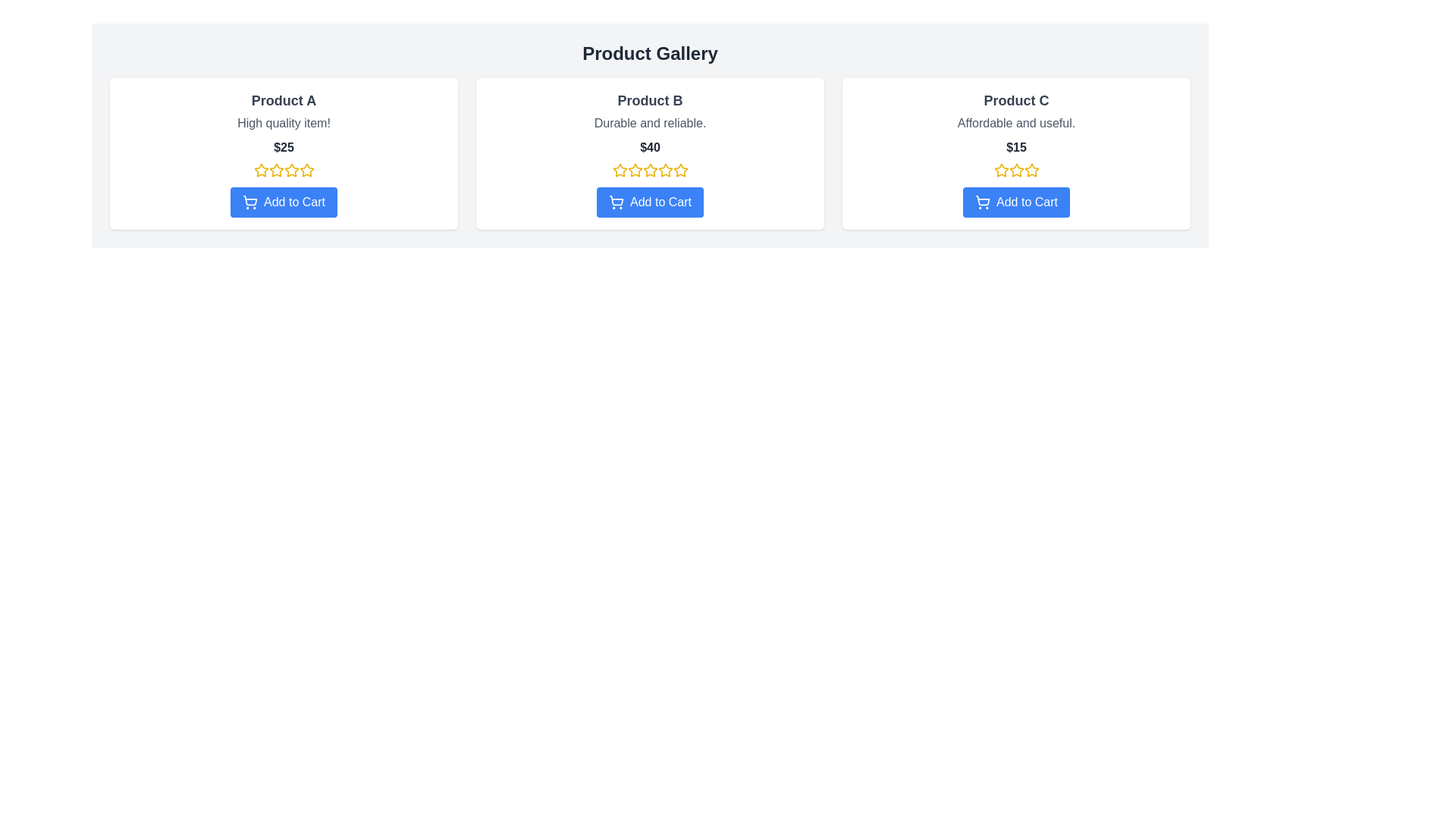 This screenshot has width=1456, height=819. What do you see at coordinates (620, 170) in the screenshot?
I see `the first star in the five-star rating sequence on the 'Product B' card to rate it` at bounding box center [620, 170].